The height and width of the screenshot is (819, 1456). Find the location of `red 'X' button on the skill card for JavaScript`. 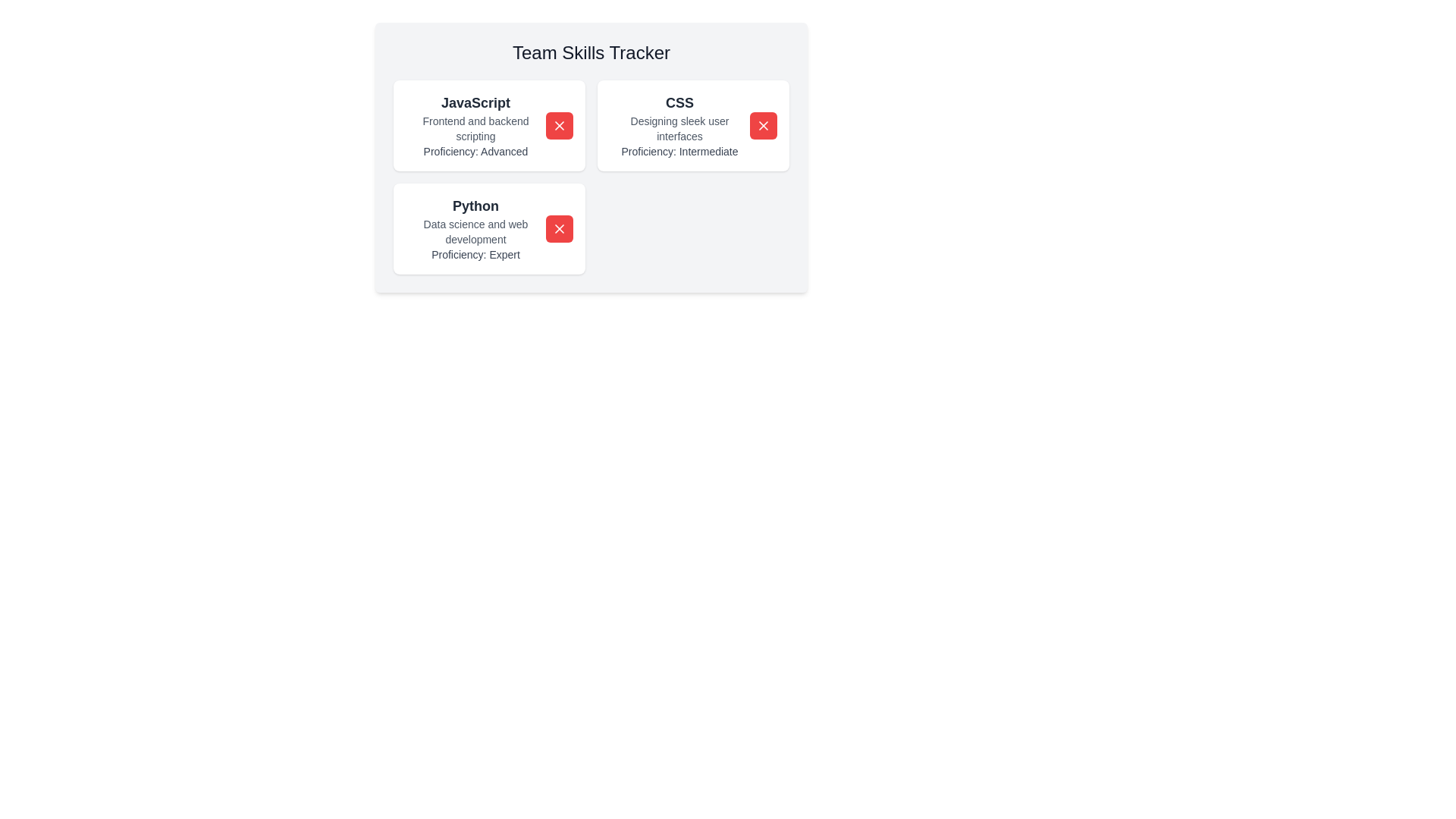

red 'X' button on the skill card for JavaScript is located at coordinates (559, 124).